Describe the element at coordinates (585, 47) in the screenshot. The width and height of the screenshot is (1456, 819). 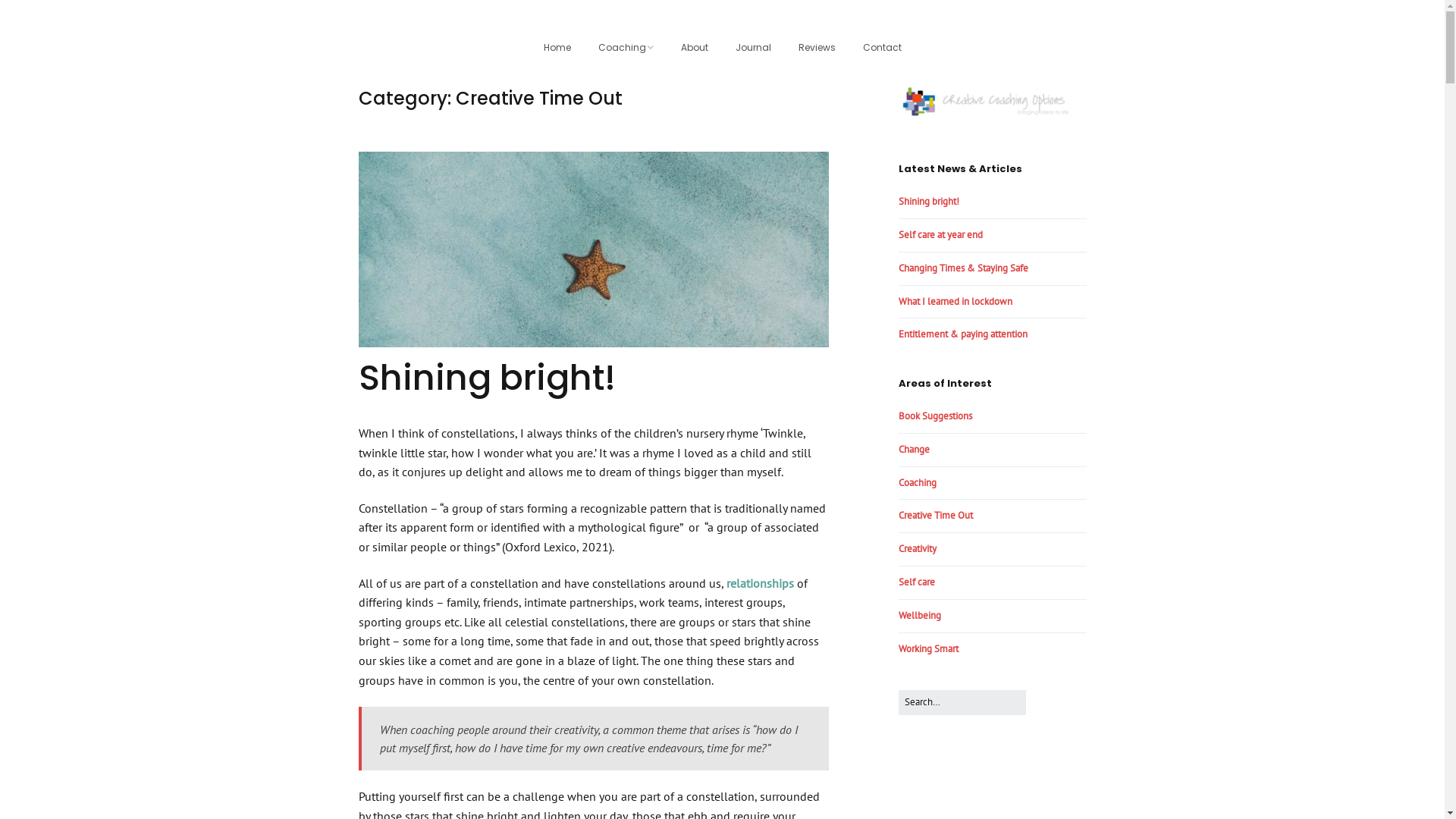
I see `'Coaching'` at that location.